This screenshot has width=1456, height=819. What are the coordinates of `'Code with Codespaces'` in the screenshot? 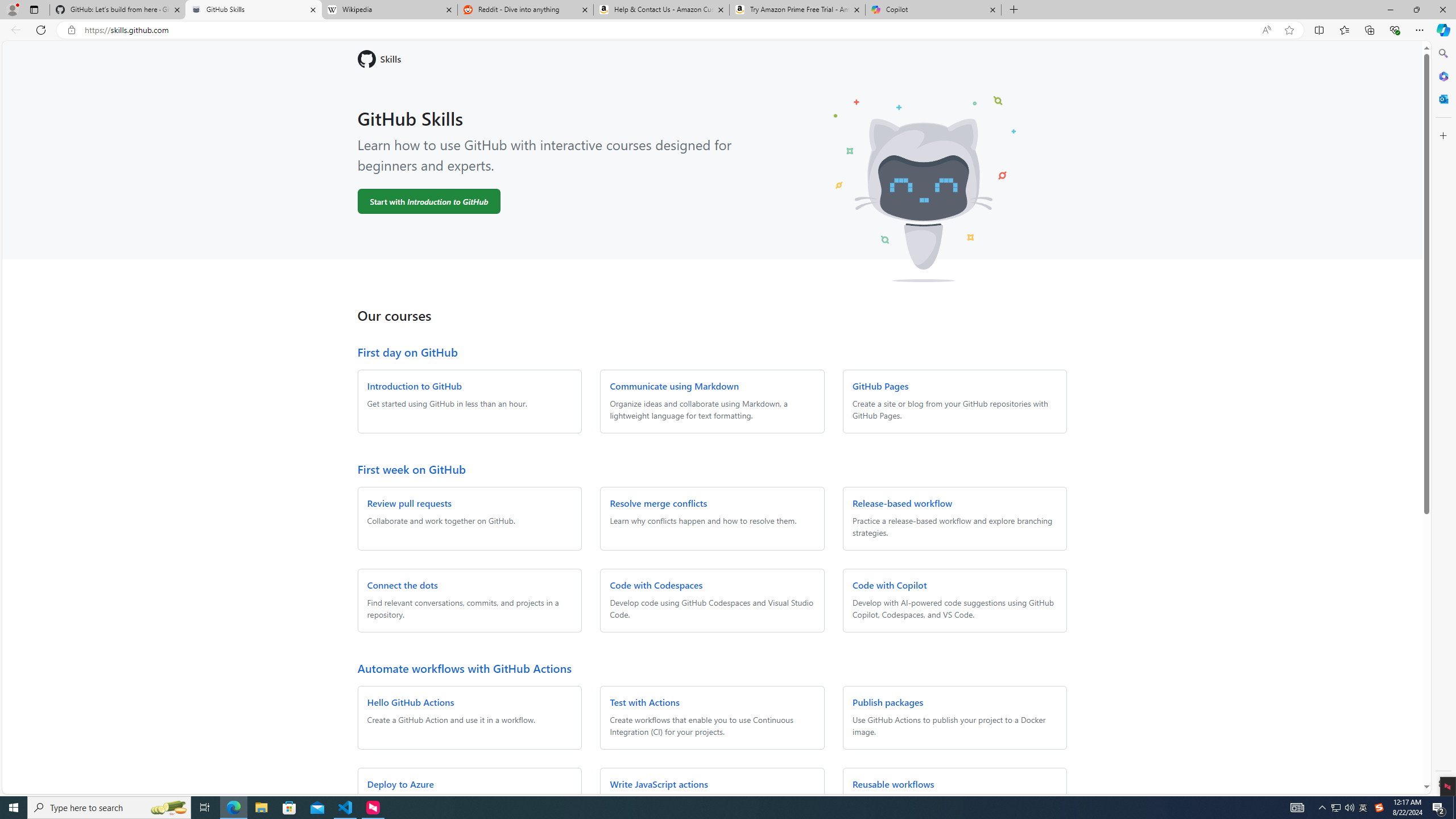 It's located at (656, 584).